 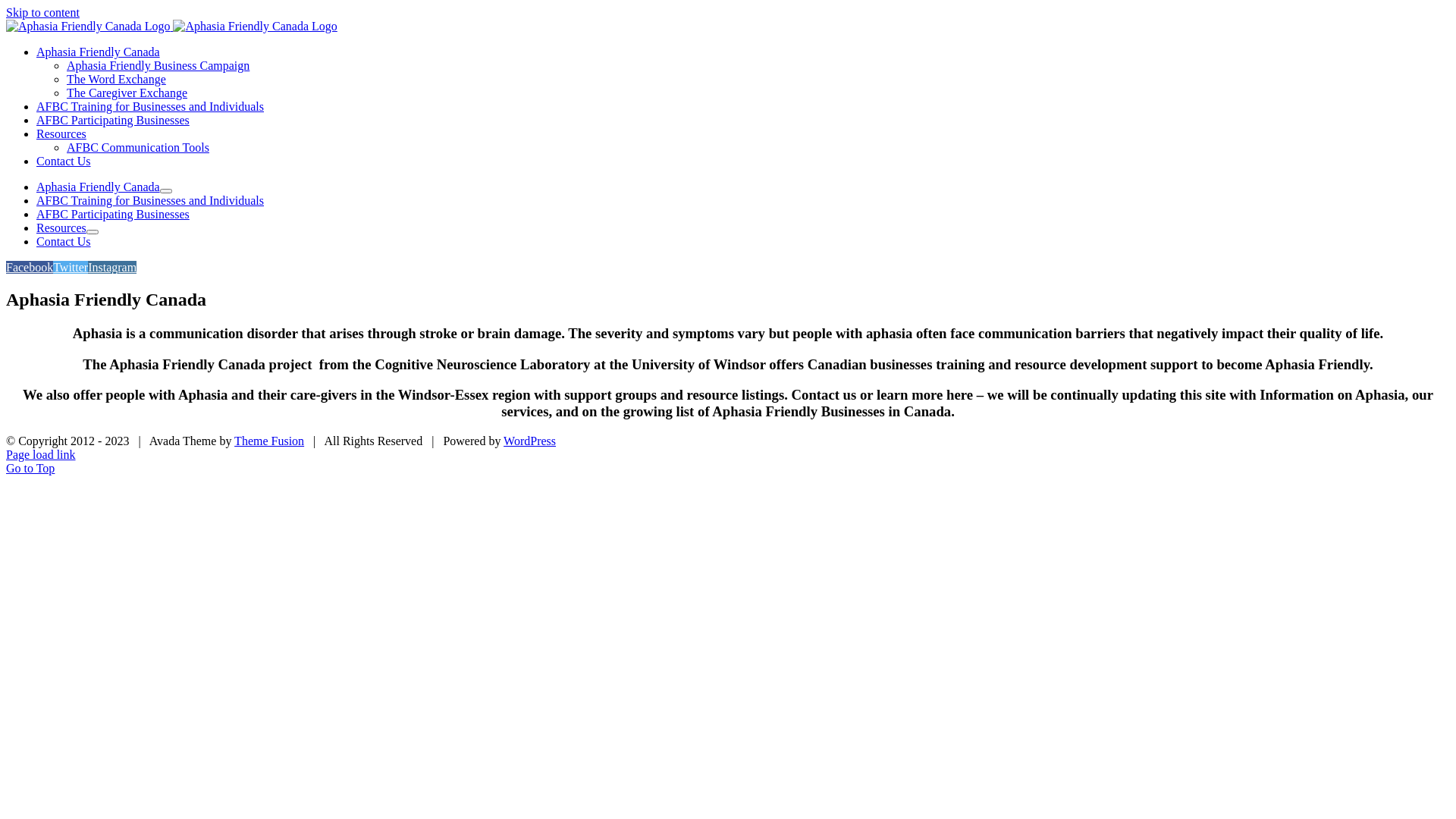 What do you see at coordinates (269, 441) in the screenshot?
I see `'Theme Fusion'` at bounding box center [269, 441].